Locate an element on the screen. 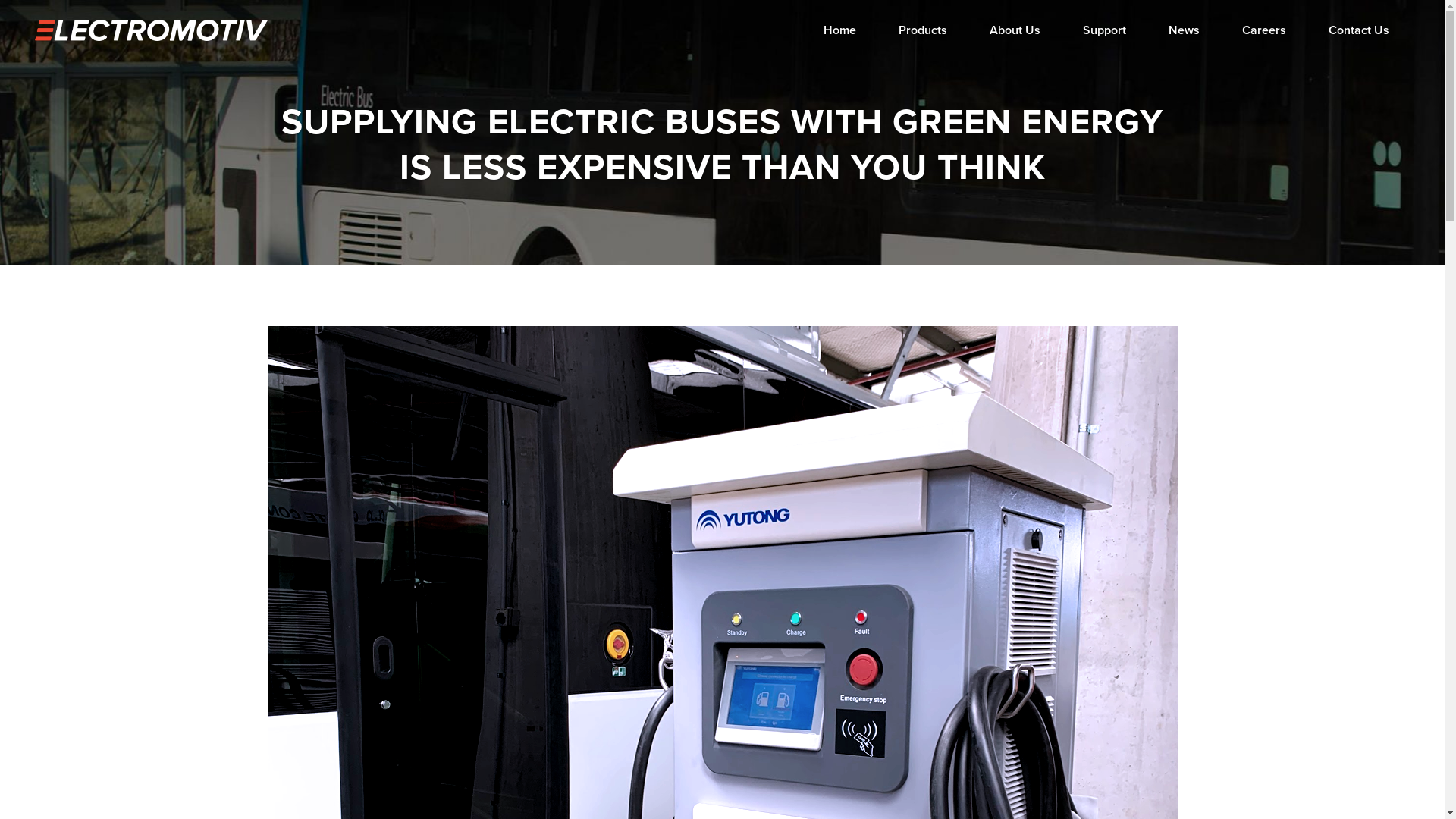 The width and height of the screenshot is (1456, 819). 'News' is located at coordinates (1183, 30).